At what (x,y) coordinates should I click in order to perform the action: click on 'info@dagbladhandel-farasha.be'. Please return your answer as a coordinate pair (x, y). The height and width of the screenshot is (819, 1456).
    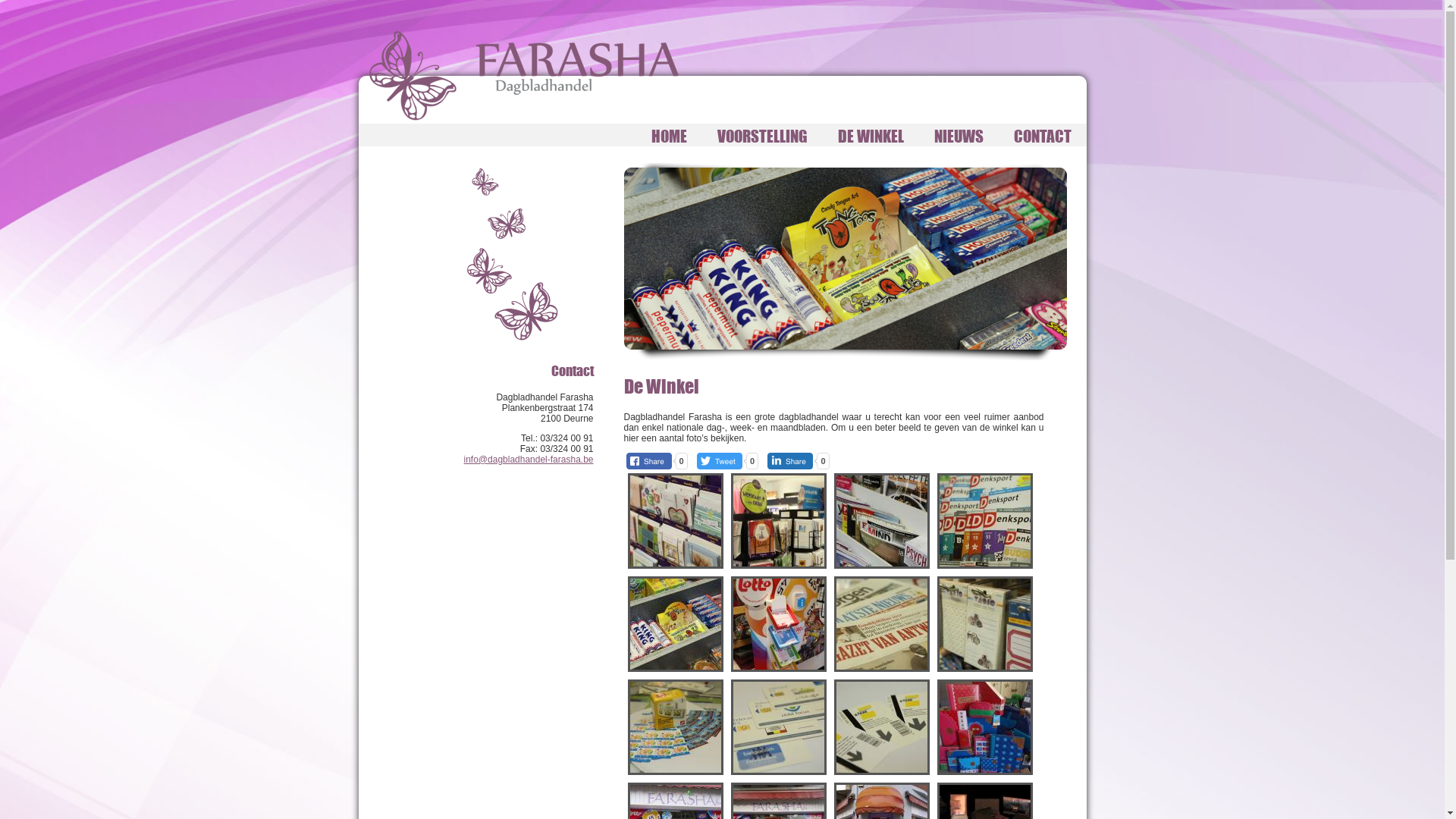
    Looking at the image, I should click on (463, 458).